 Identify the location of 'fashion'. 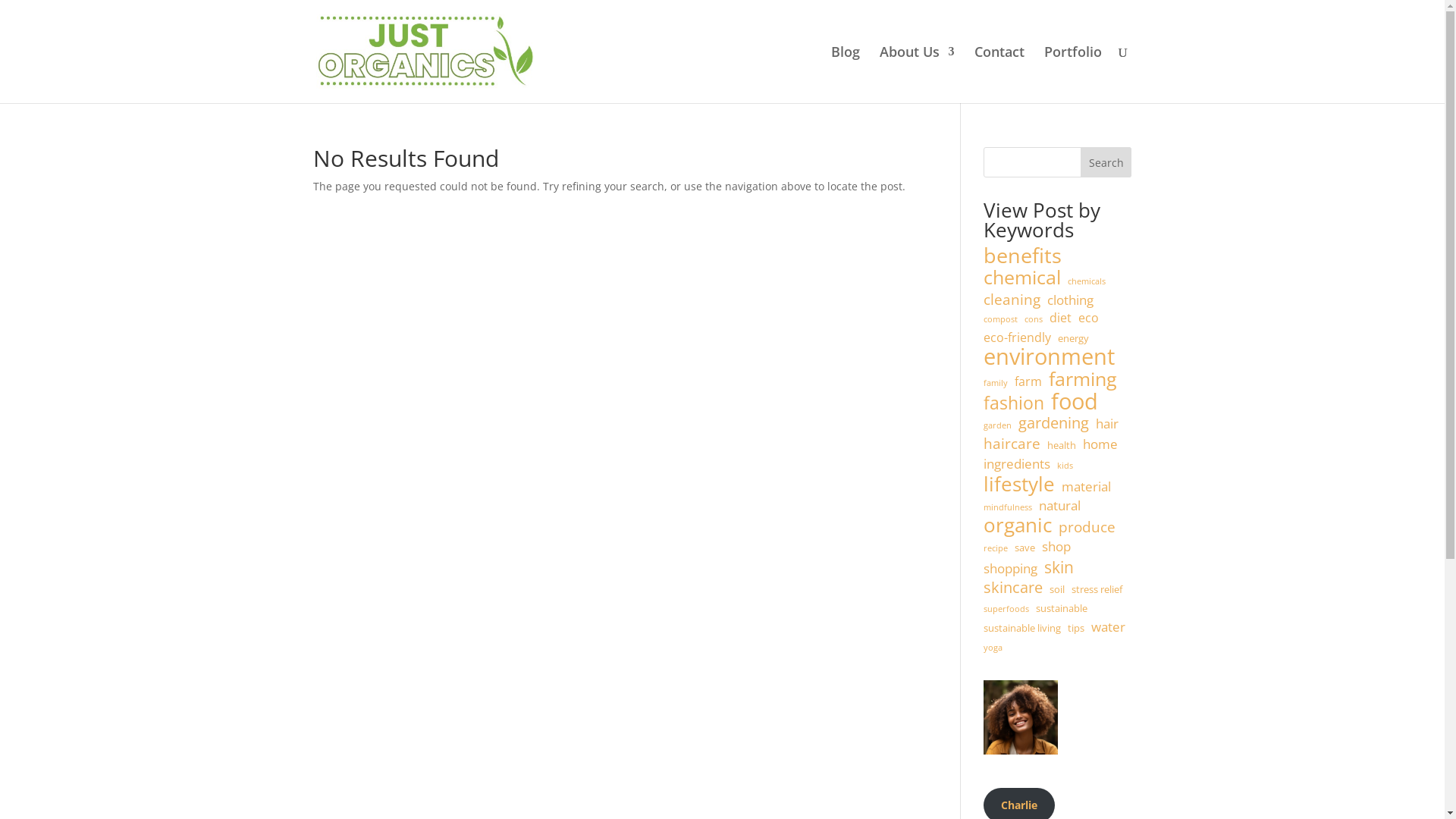
(1014, 403).